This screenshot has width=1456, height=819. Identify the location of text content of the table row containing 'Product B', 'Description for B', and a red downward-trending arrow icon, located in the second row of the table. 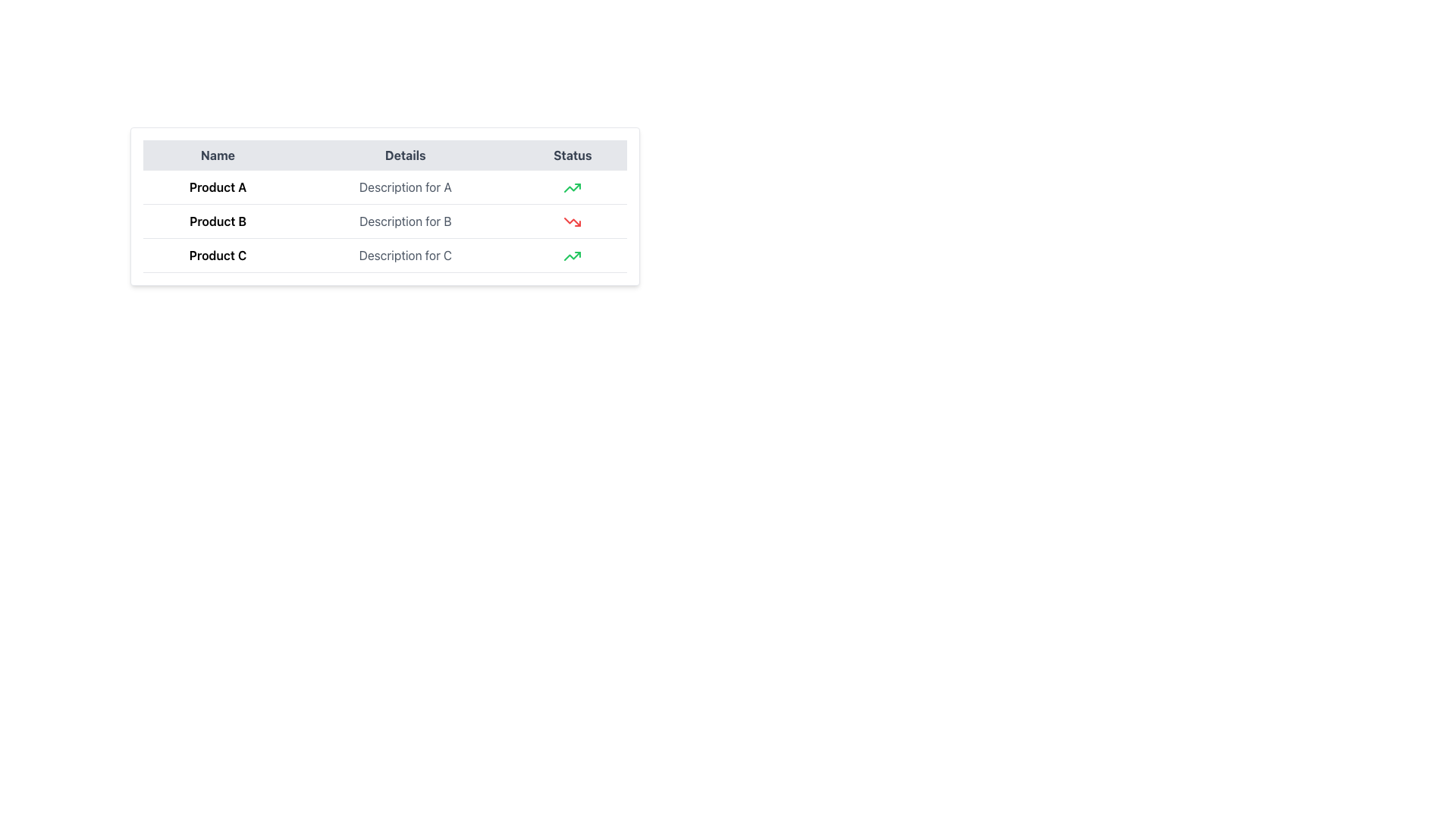
(385, 221).